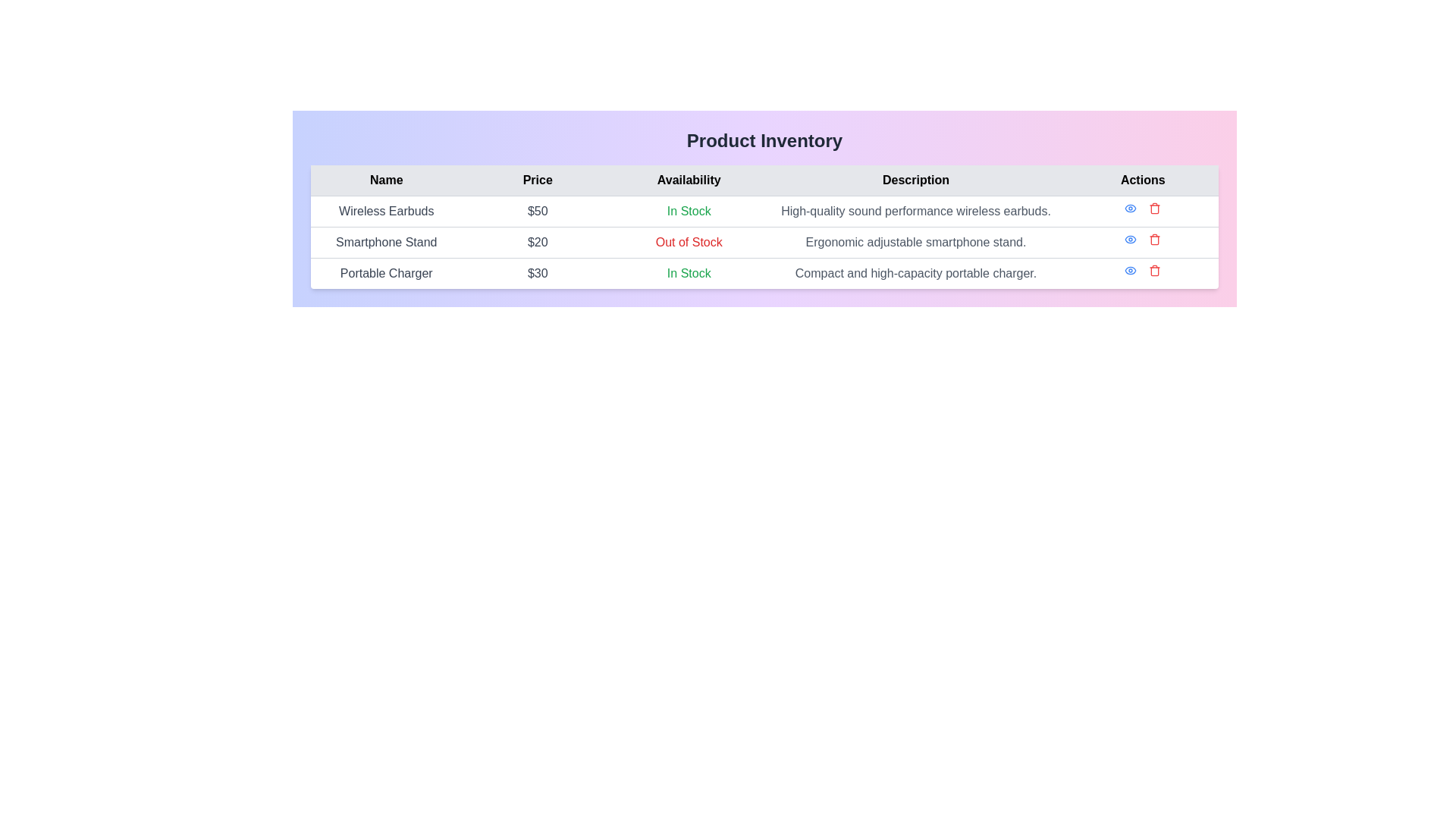 The width and height of the screenshot is (1456, 819). Describe the element at coordinates (764, 242) in the screenshot. I see `availability status of the 'Smartphone Stand' product in the second row of the table beneath the 'Product Inventory' header` at that location.